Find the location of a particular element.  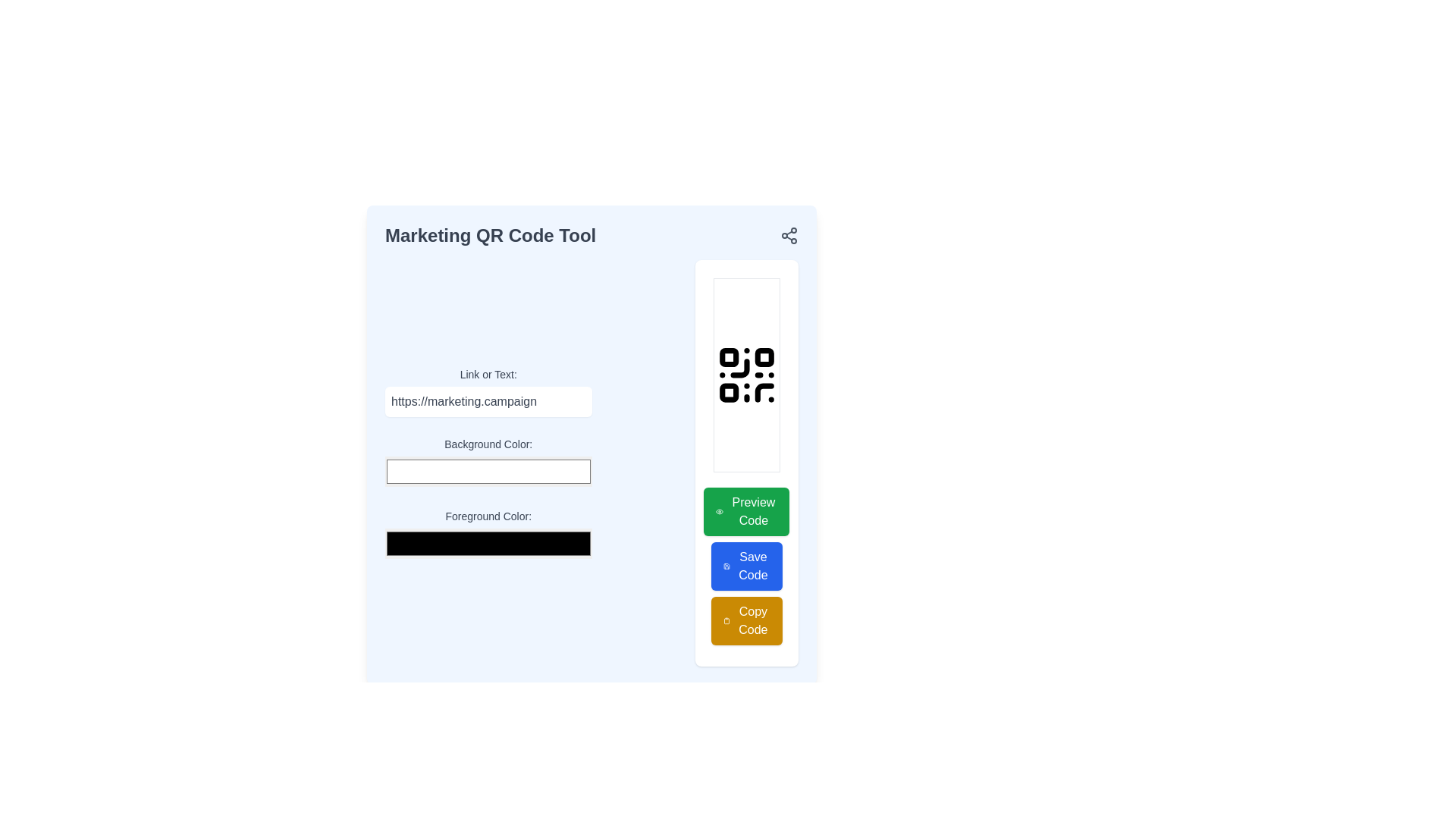

the Color input box located beneath the 'Foreground Color:' label by navigating via keyboard is located at coordinates (488, 543).